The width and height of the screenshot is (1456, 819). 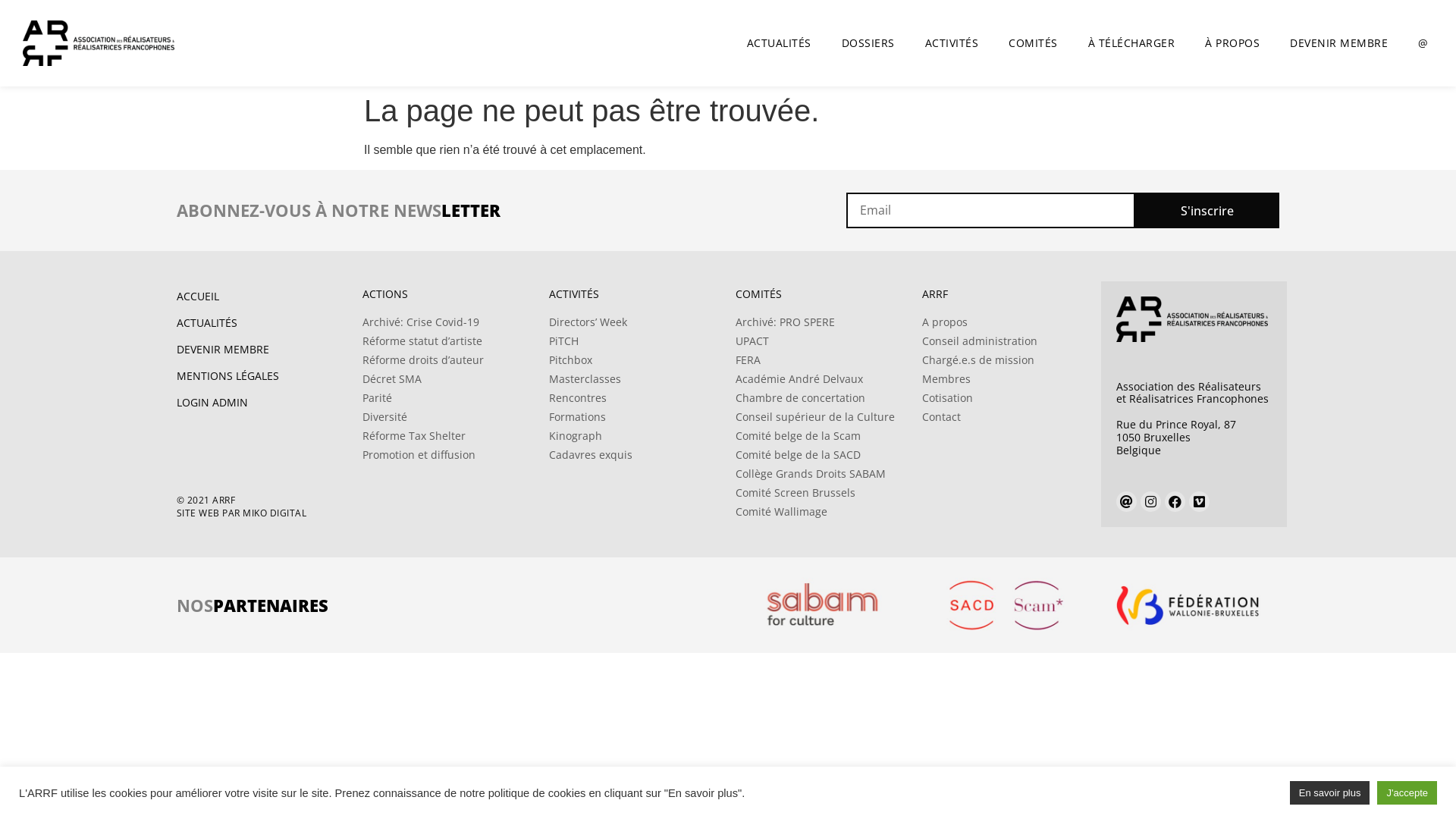 I want to click on 'Cotisation', so click(x=1008, y=397).